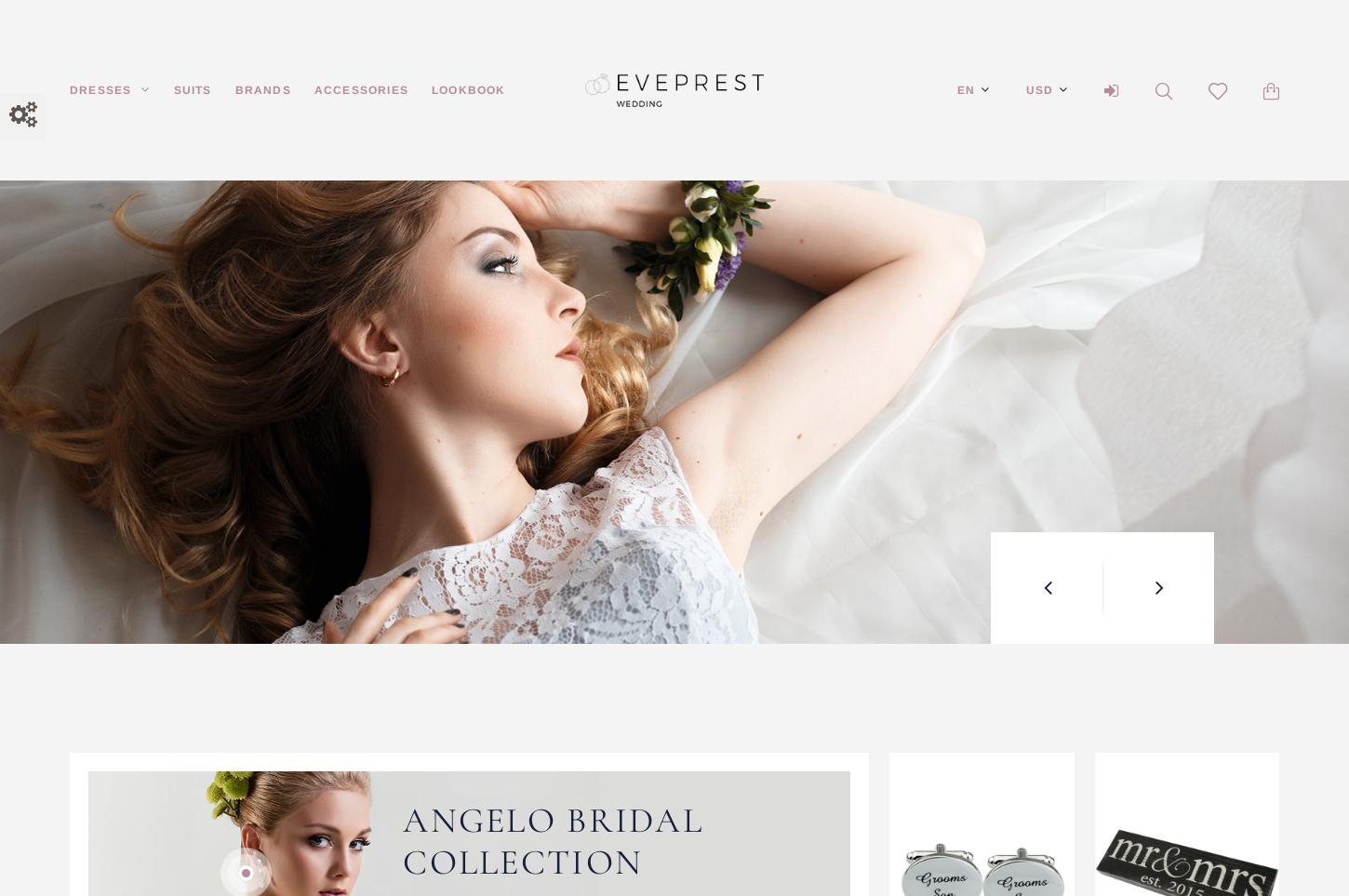  Describe the element at coordinates (778, 435) in the screenshot. I see `'Create your original wedding style!'` at that location.